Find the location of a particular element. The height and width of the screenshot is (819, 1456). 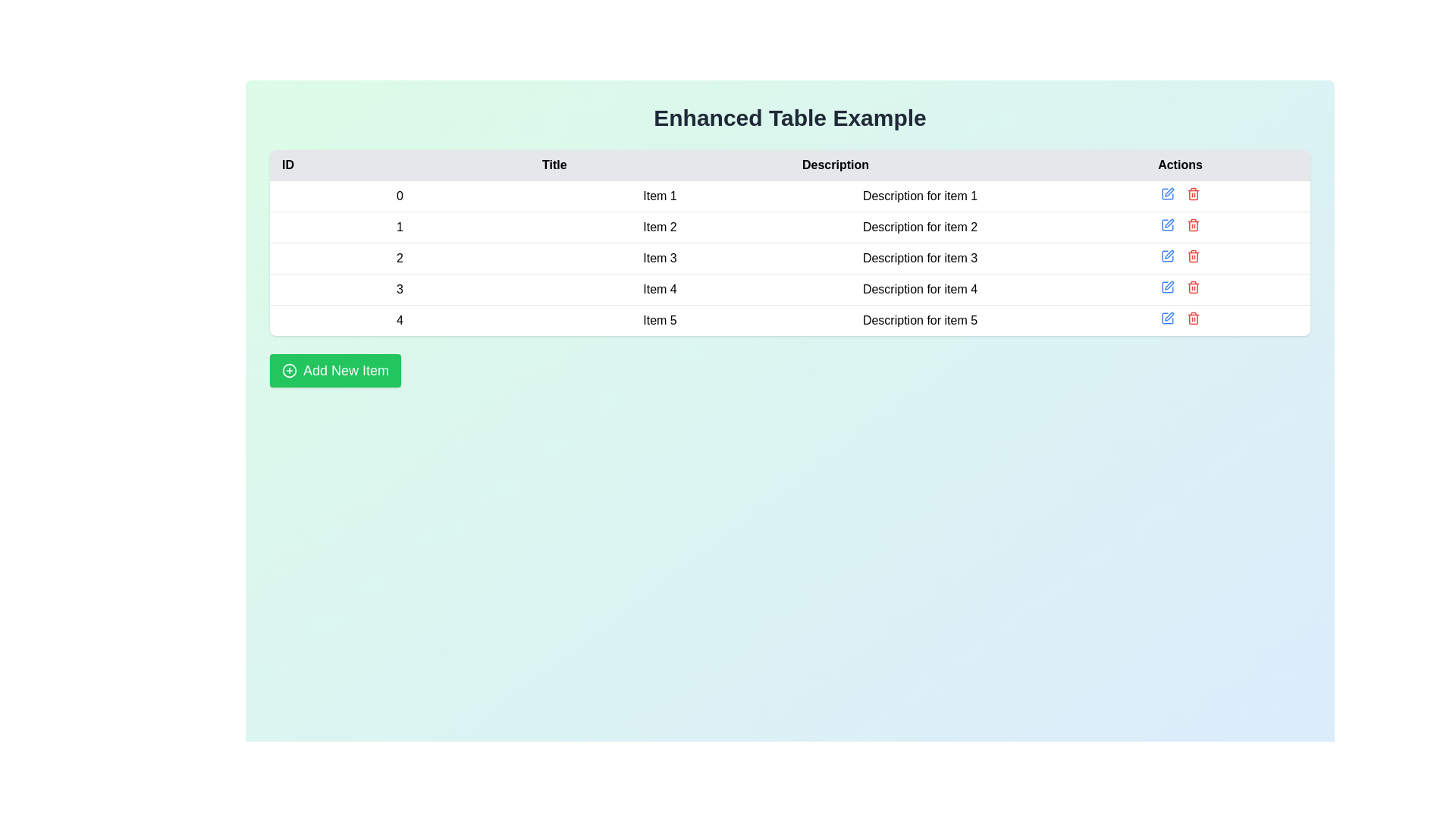

the Text Display element that shows '1', which is located in the first column of the second row of the table, aligned under the 'ID' label is located at coordinates (400, 227).